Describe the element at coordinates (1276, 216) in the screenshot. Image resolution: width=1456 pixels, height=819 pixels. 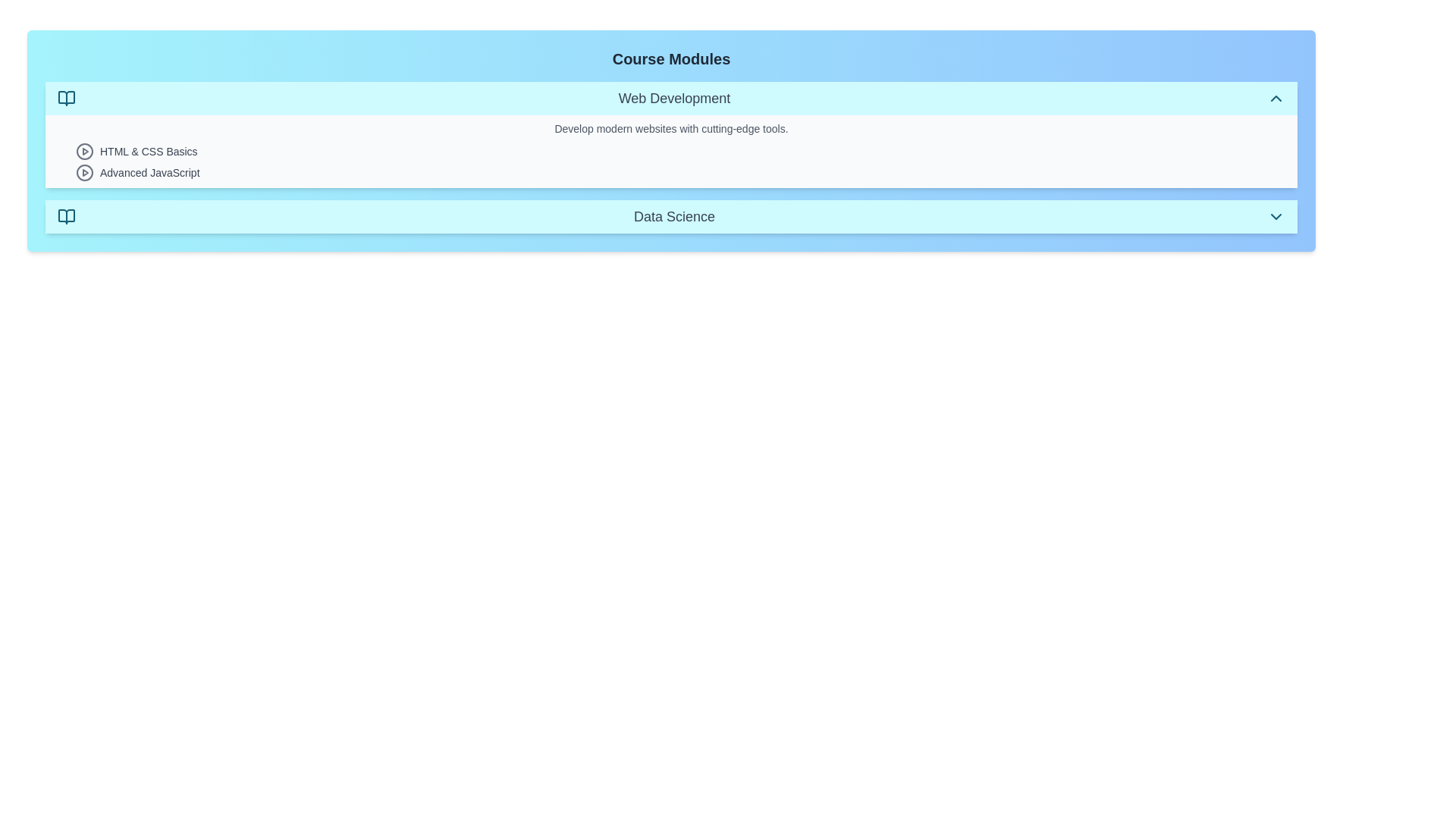
I see `the downward-facing chevron icon styled with cyan color and outlined with a rounded stroke at the far-right end of the 'Data Science' horizontal bar` at that location.